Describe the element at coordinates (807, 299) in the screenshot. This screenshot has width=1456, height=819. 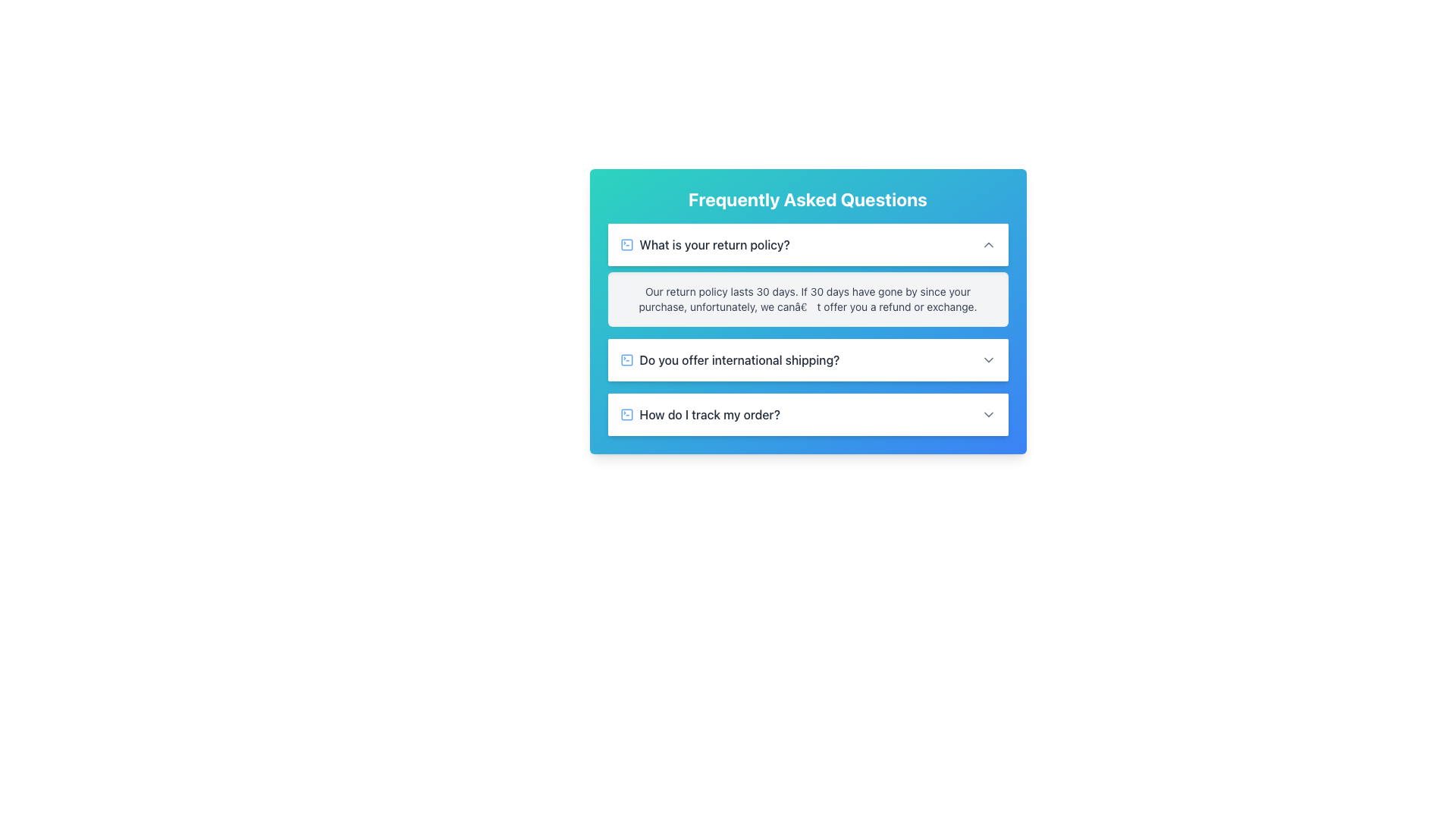
I see `the Static Text Block that contains the text: 'Our return policy lasts 30 days. If 30 days have gone by since your purchase, unfortunately, we can’t offer you a refund or exchange.' located under the question 'What is your return policy?' in the FAQ section` at that location.